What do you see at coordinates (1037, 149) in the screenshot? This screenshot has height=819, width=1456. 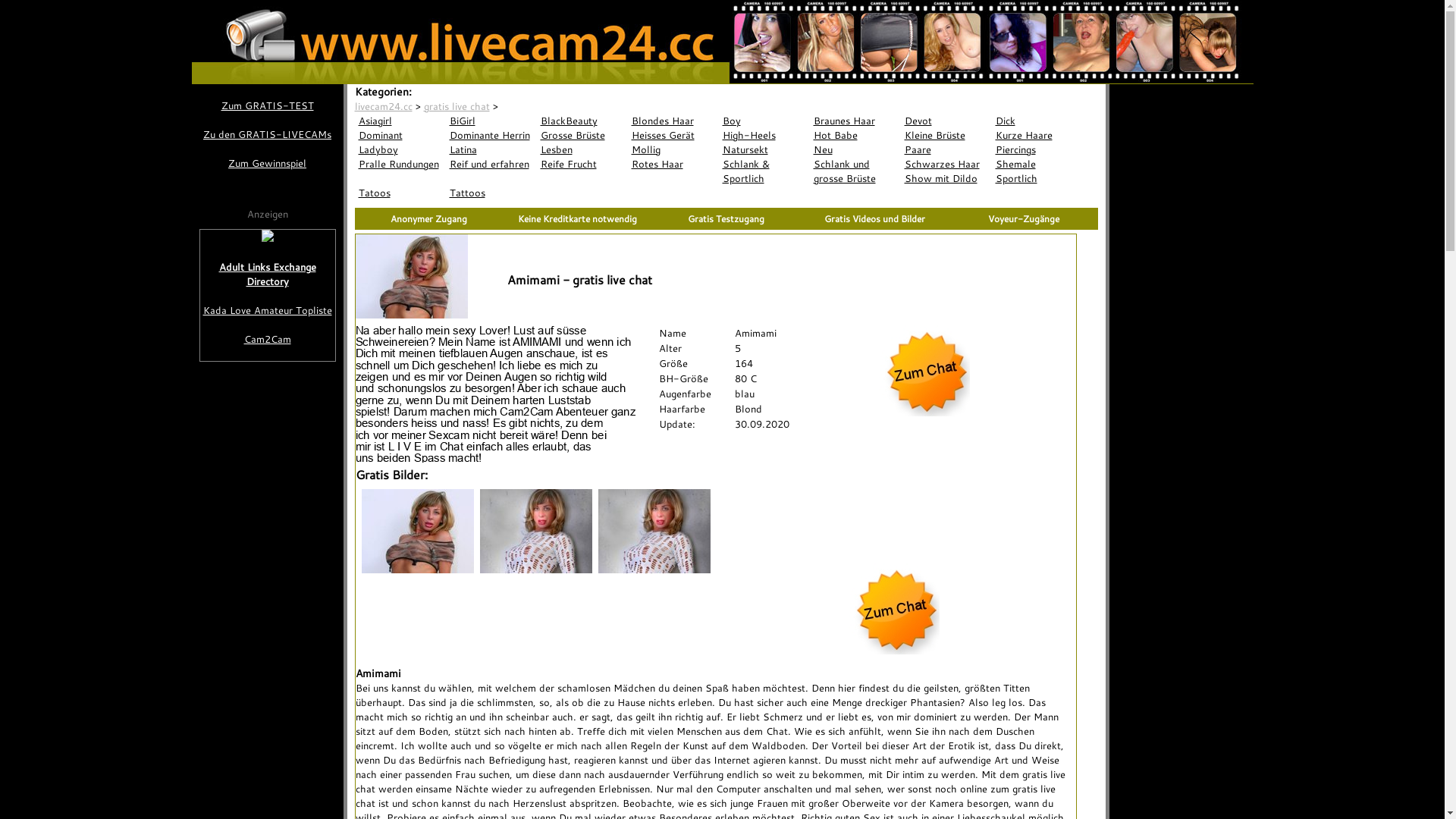 I see `'Piercings'` at bounding box center [1037, 149].